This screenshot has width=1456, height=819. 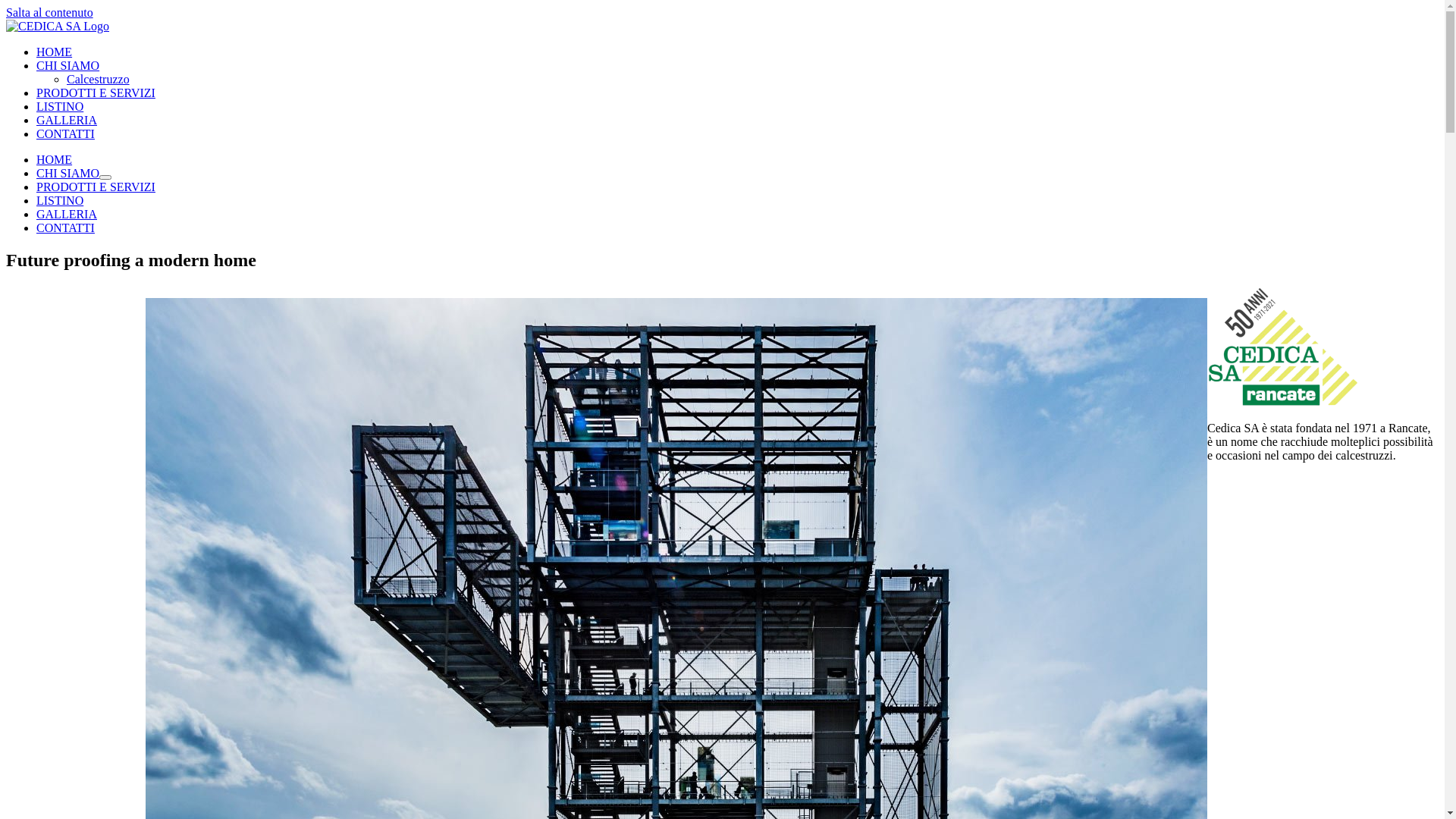 What do you see at coordinates (95, 186) in the screenshot?
I see `'PRODOTTI E SERVIZI'` at bounding box center [95, 186].